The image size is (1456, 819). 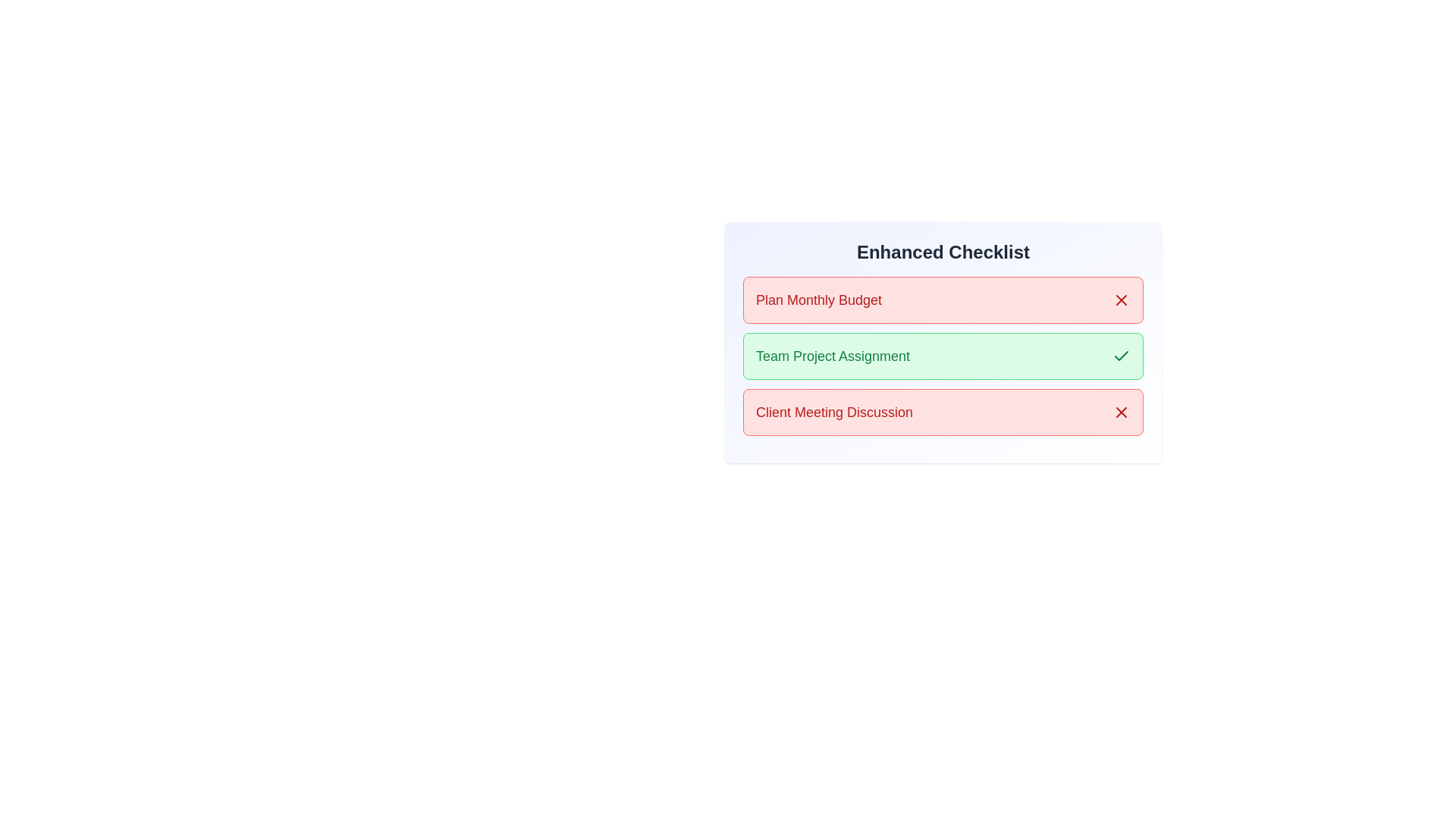 What do you see at coordinates (818, 300) in the screenshot?
I see `the label indicating the task 'Plan Monthly Budget' in the checklist interface with a light red background` at bounding box center [818, 300].